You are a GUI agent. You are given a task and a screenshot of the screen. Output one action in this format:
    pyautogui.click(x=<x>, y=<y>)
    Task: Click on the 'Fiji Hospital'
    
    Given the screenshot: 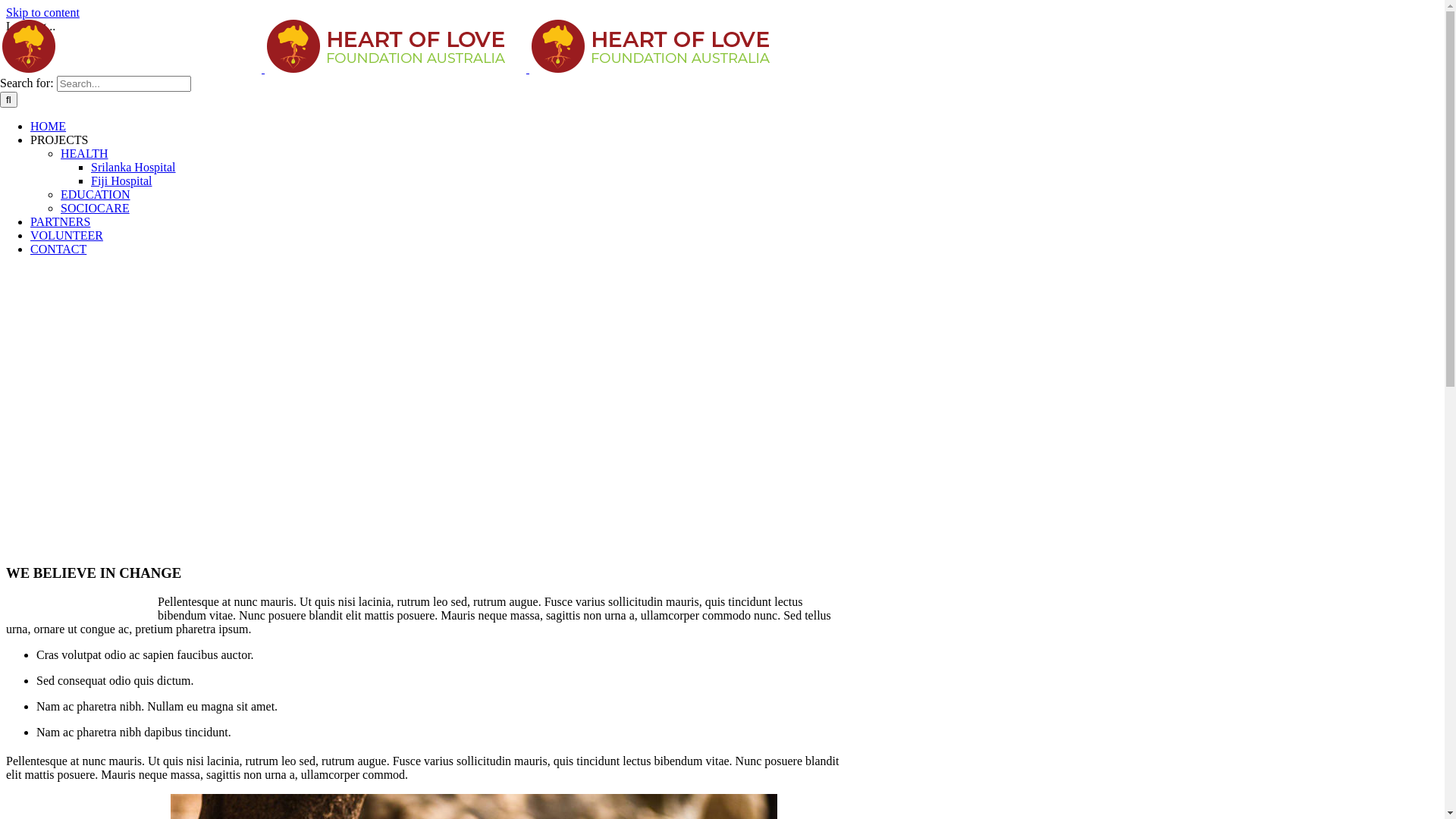 What is the action you would take?
    pyautogui.click(x=120, y=180)
    